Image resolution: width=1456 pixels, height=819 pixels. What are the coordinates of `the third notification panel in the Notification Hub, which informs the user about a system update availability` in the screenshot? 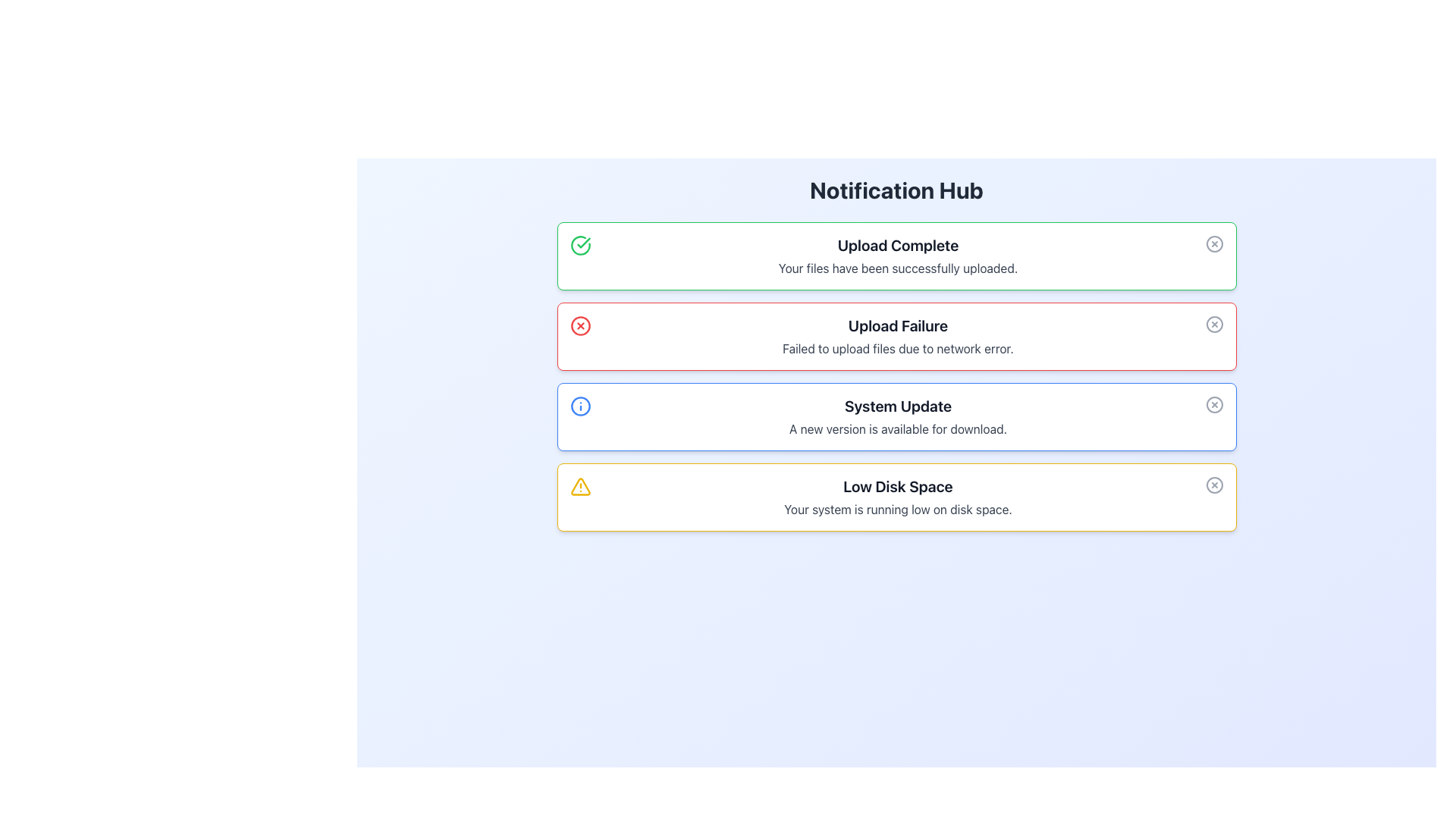 It's located at (898, 417).